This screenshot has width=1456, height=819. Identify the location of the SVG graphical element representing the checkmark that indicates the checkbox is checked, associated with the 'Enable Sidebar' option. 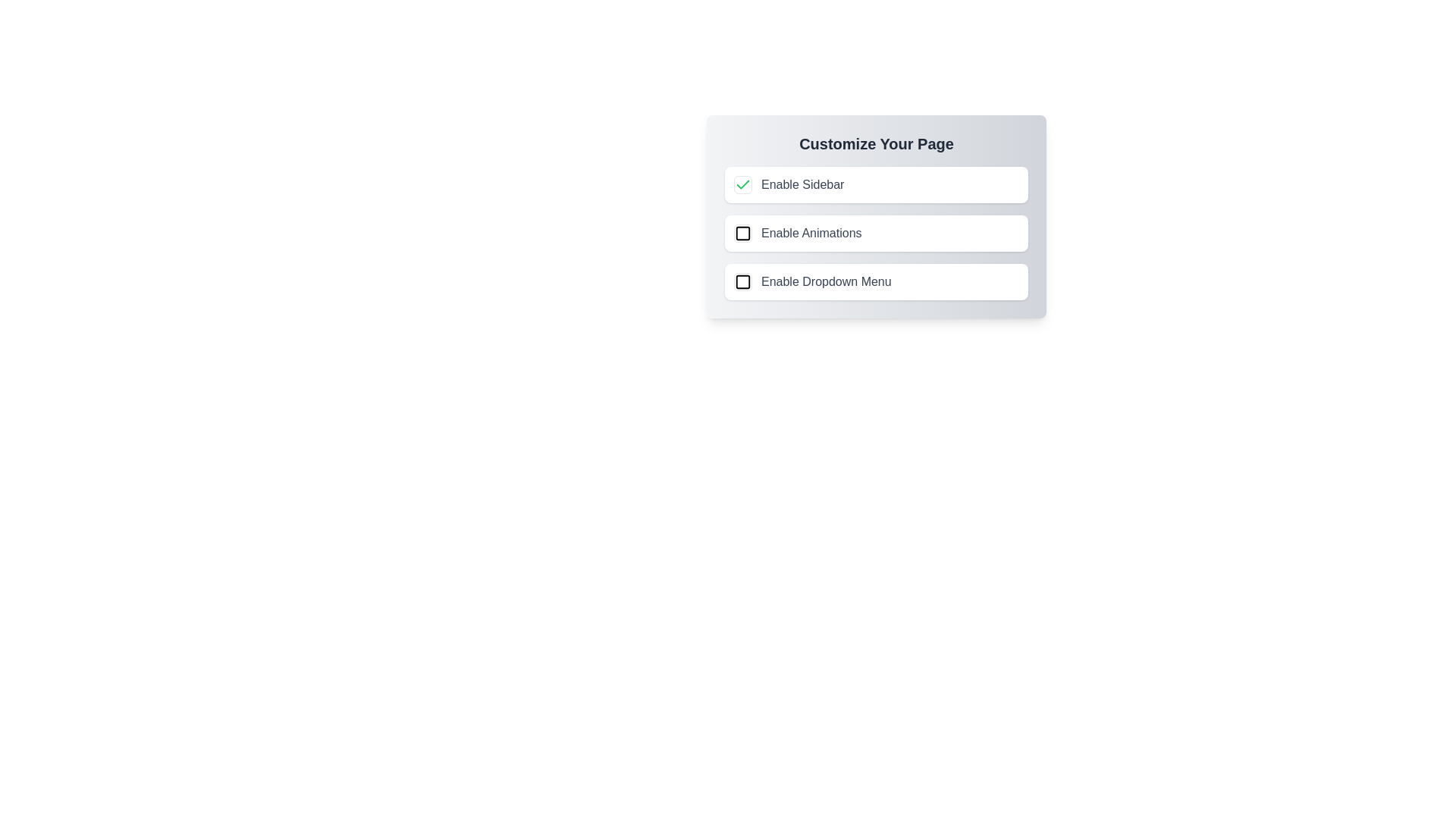
(742, 184).